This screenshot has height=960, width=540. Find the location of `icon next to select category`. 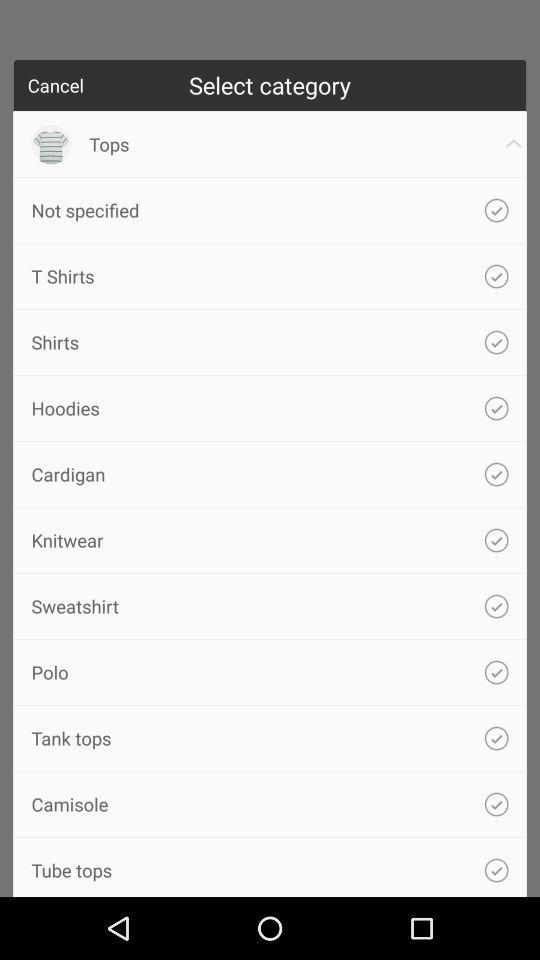

icon next to select category is located at coordinates (55, 85).